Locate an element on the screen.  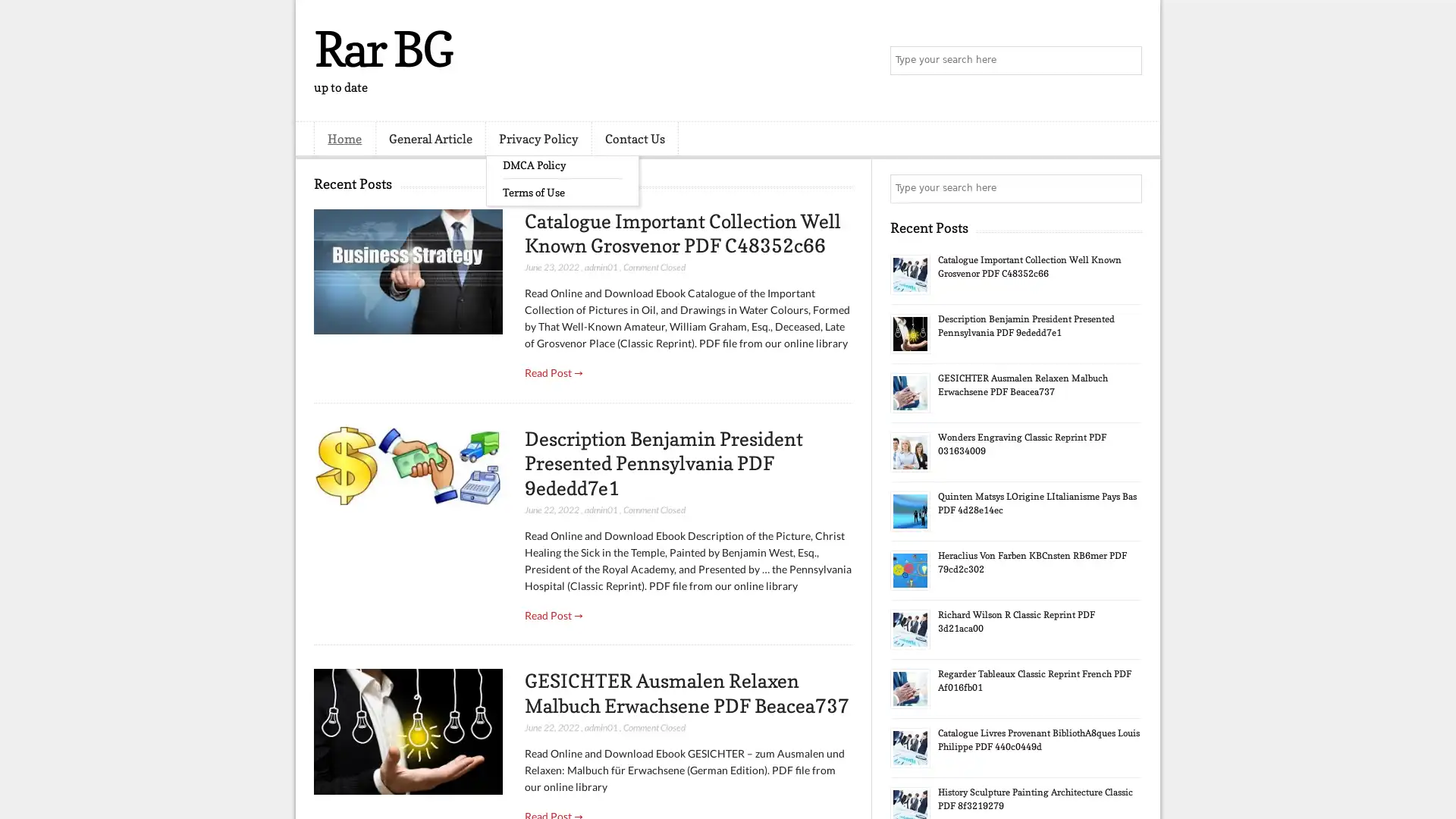
Search is located at coordinates (1126, 188).